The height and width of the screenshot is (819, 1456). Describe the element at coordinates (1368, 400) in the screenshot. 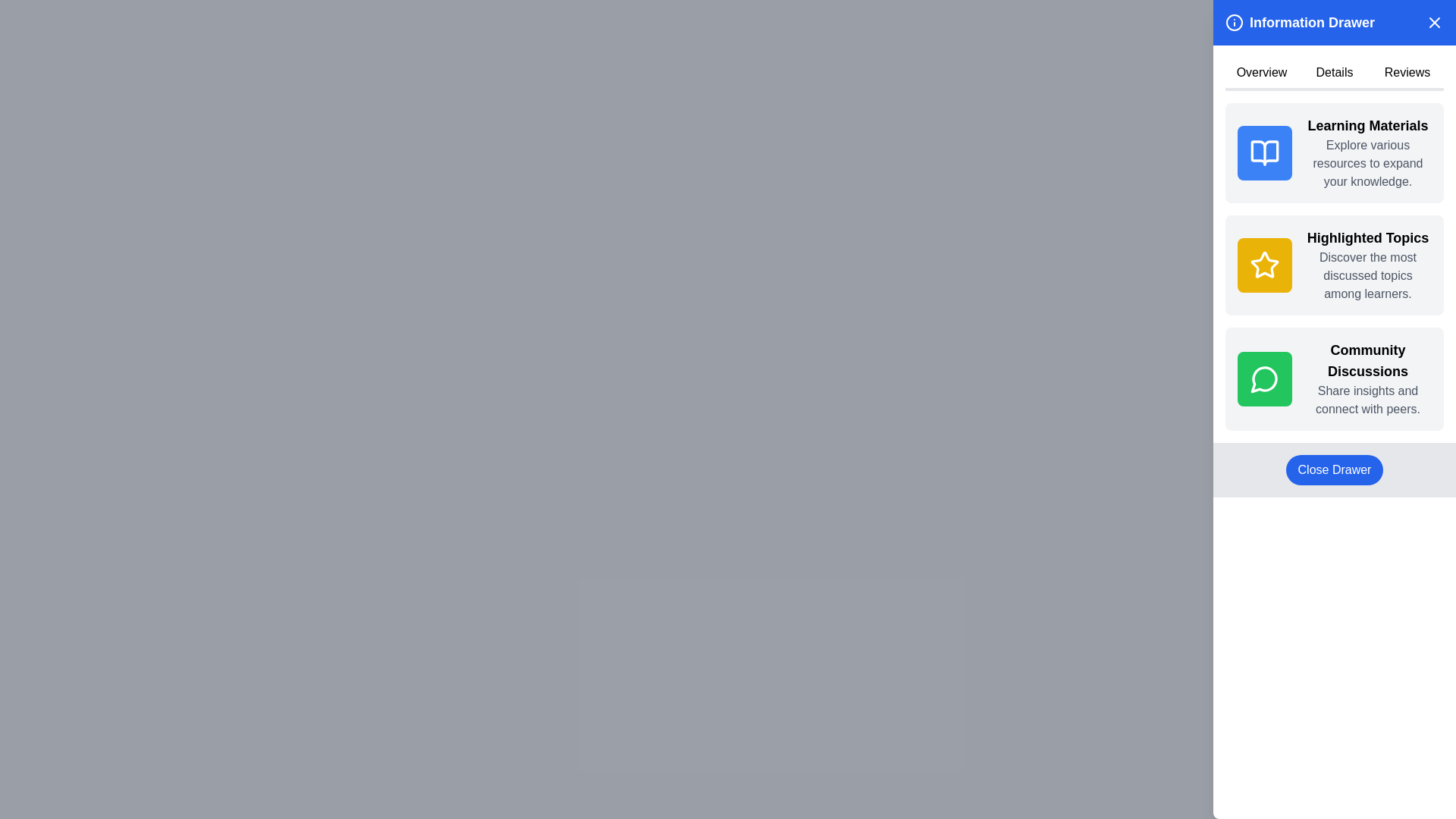

I see `the gray text block containing the phrase 'Share insights and connect with peers.' located beneath the bold title 'Community Discussions' in the lower section of a green-bordered card in the 'Information Drawer' interface` at that location.